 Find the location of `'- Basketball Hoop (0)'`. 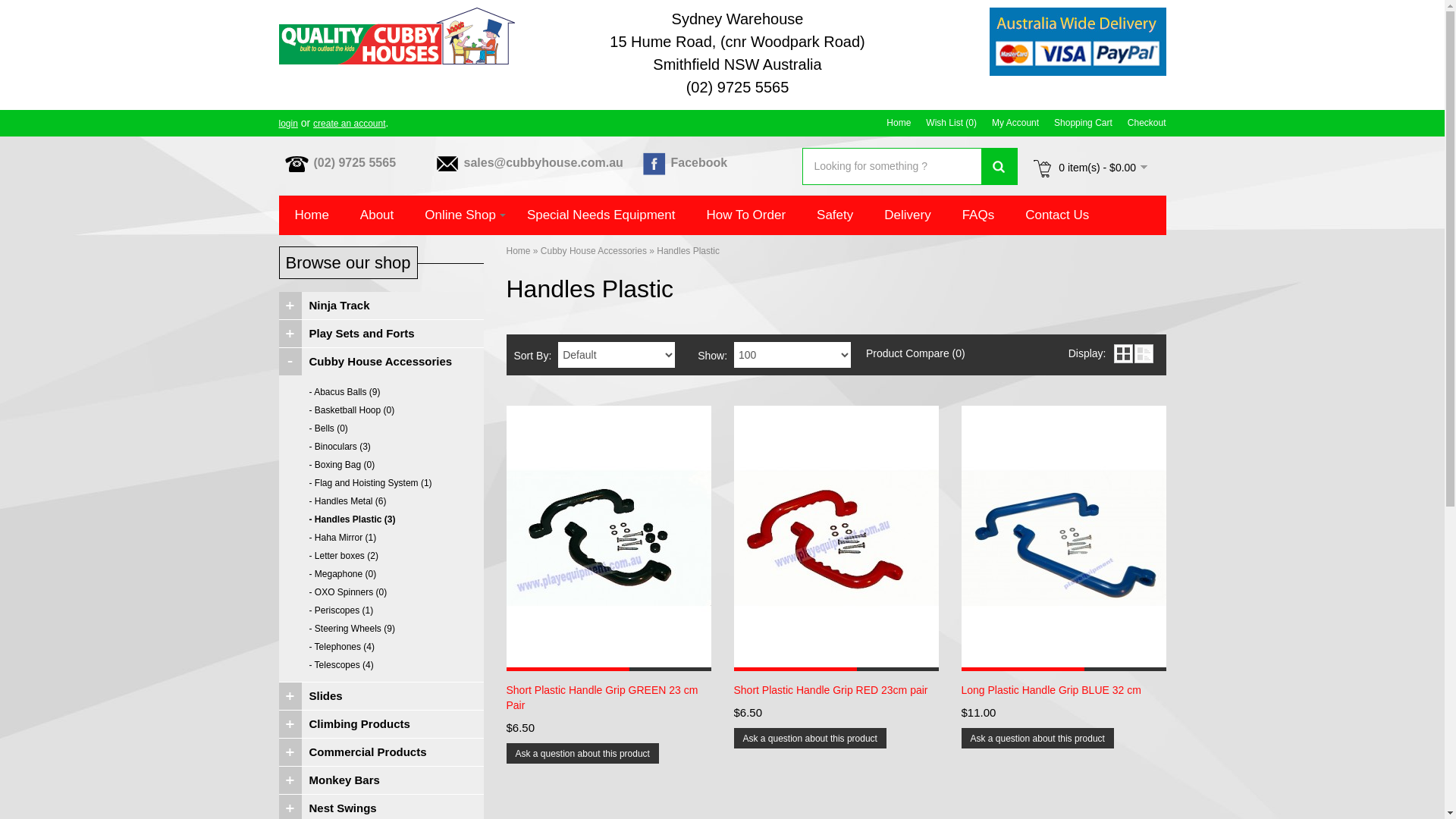

'- Basketball Hoop (0)' is located at coordinates (279, 409).